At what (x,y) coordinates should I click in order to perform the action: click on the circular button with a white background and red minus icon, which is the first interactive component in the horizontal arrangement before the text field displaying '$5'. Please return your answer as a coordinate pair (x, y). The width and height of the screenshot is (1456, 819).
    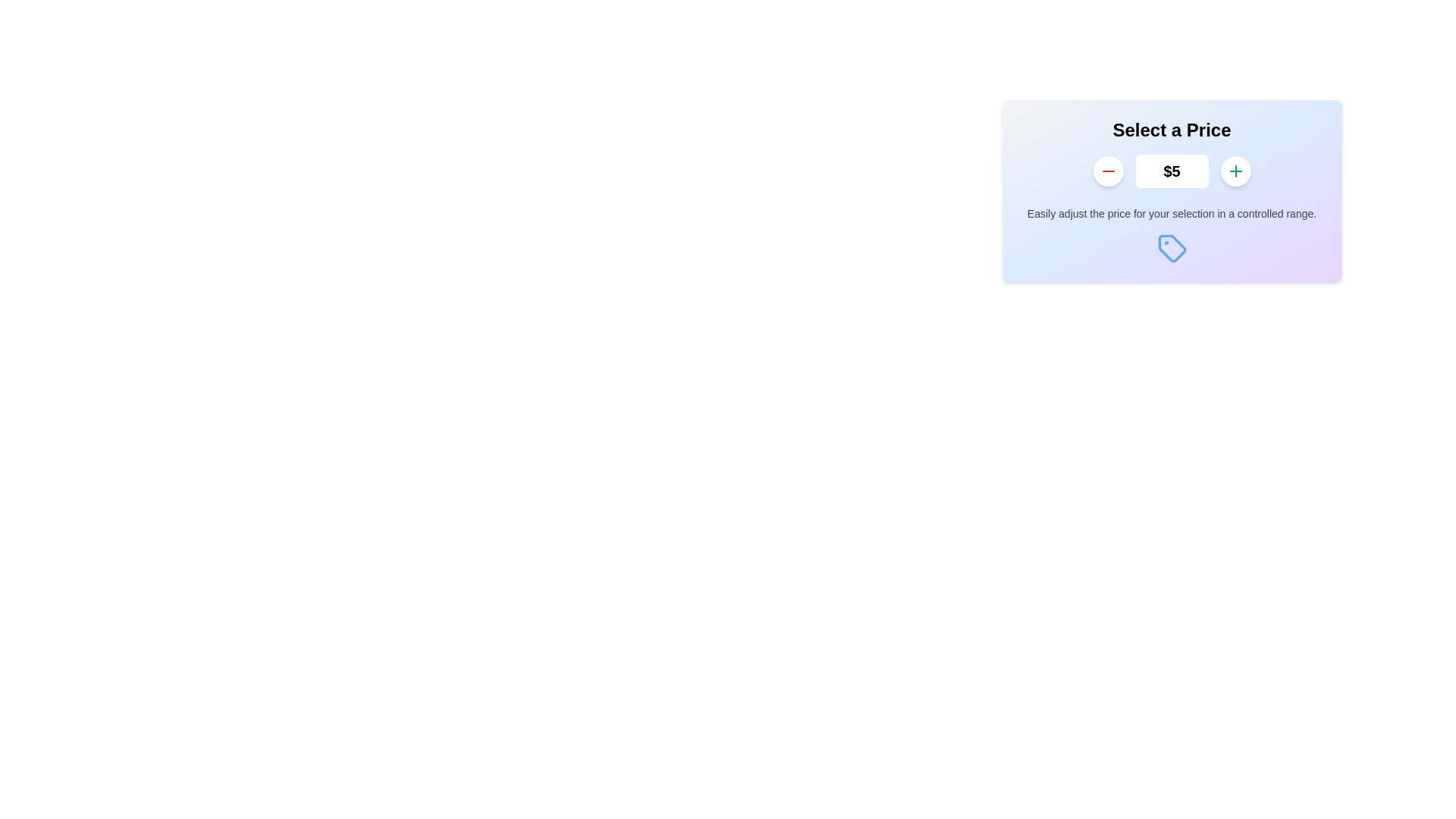
    Looking at the image, I should click on (1108, 171).